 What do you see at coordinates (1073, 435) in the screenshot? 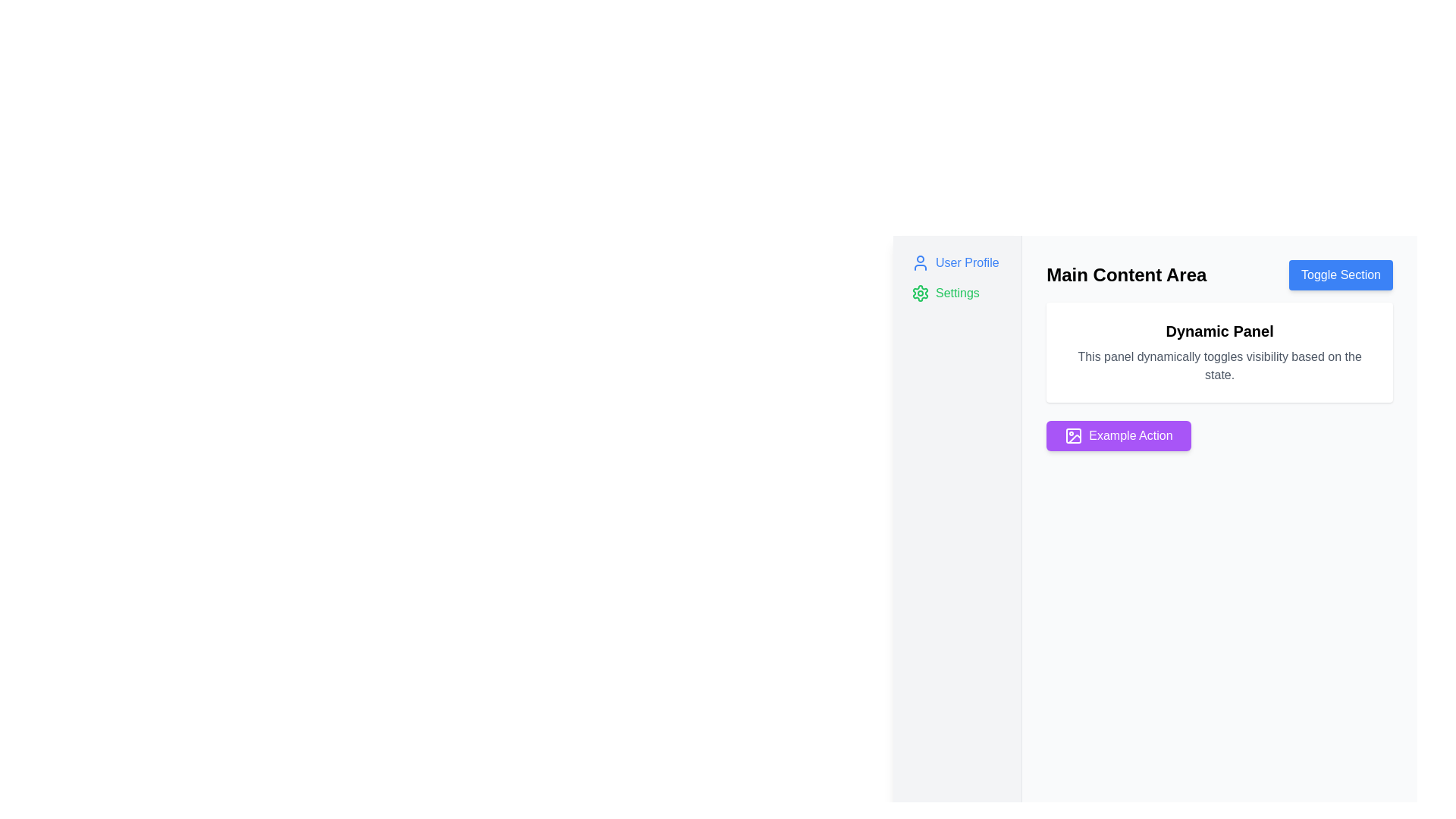
I see `the purple button labeled 'Example Action' that contains a stylized picture frame icon with a sun in the top left corner` at bounding box center [1073, 435].